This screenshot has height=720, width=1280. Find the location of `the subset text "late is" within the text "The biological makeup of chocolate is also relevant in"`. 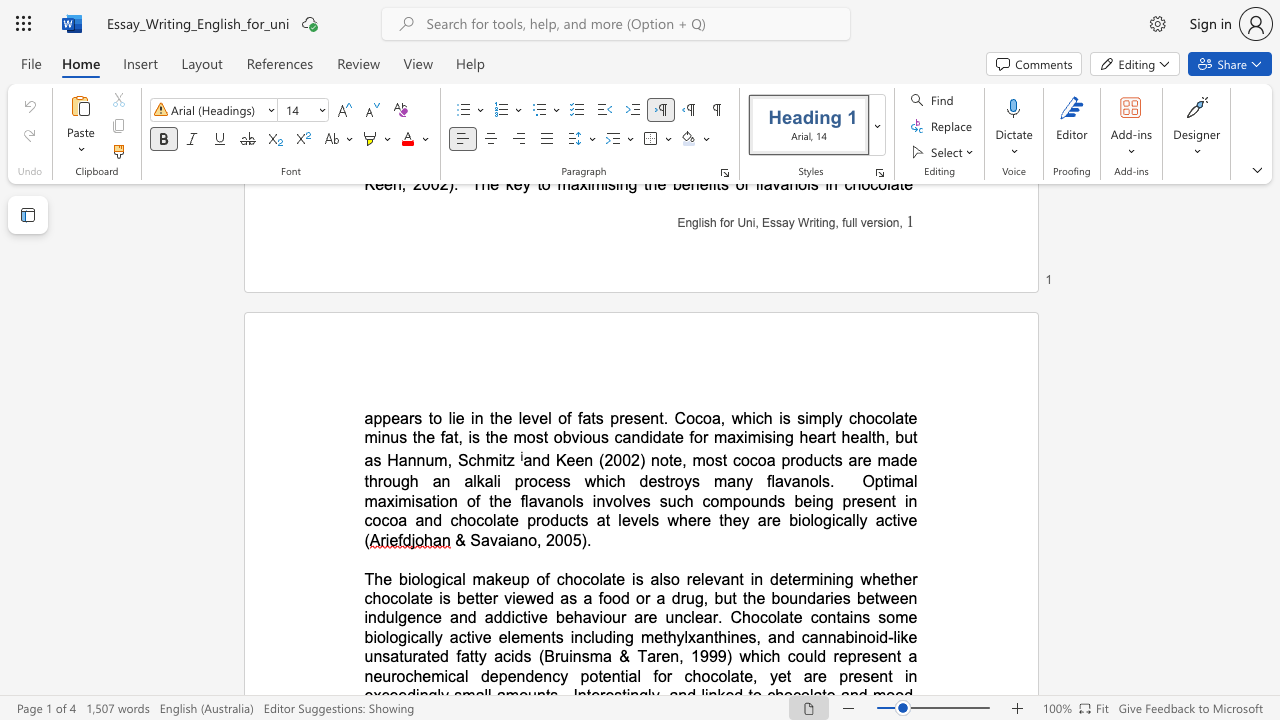

the subset text "late is" within the text "The biological makeup of chocolate is also relevant in" is located at coordinates (598, 579).